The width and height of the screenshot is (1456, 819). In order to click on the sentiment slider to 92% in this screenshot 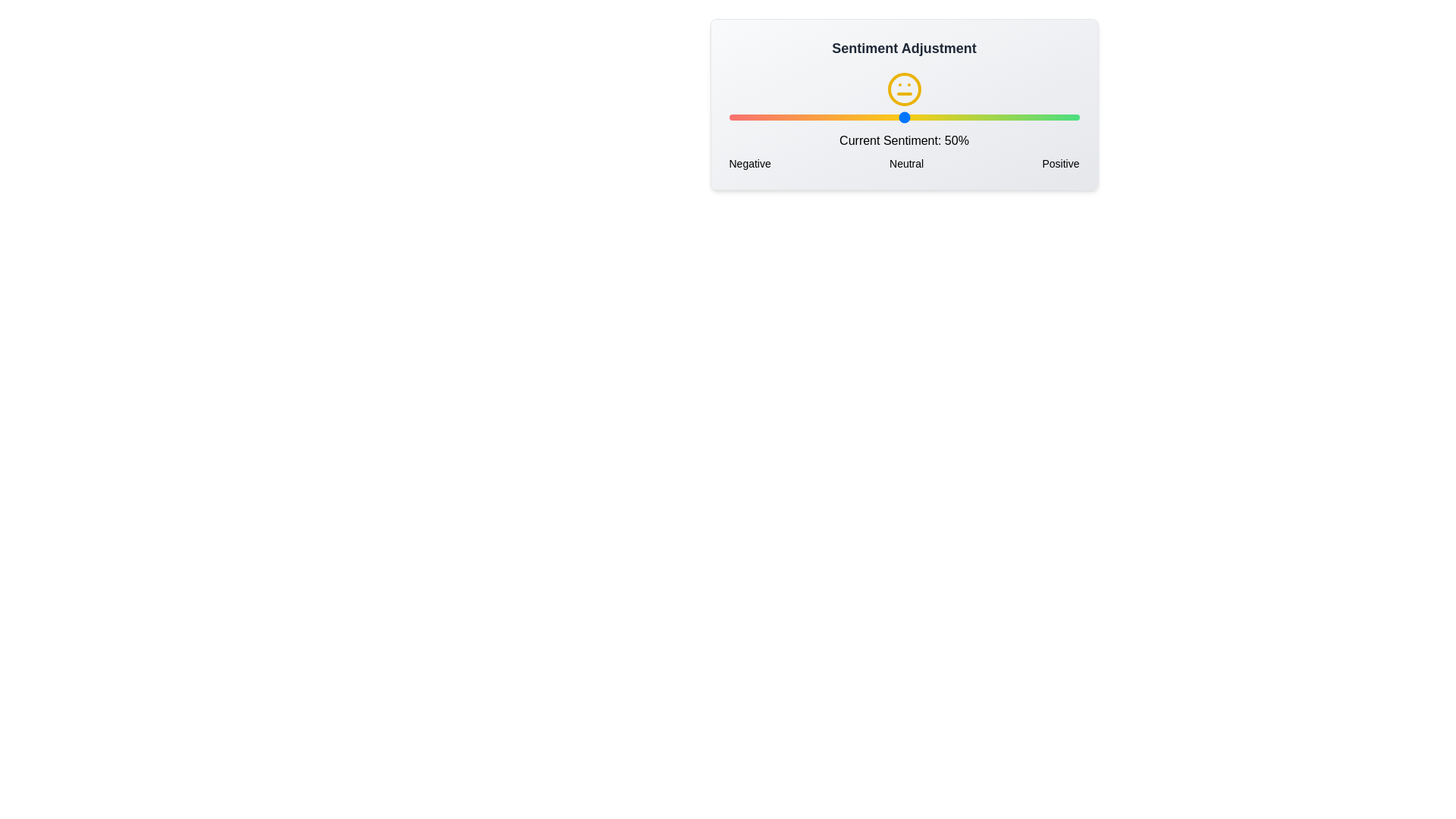, I will do `click(1050, 116)`.